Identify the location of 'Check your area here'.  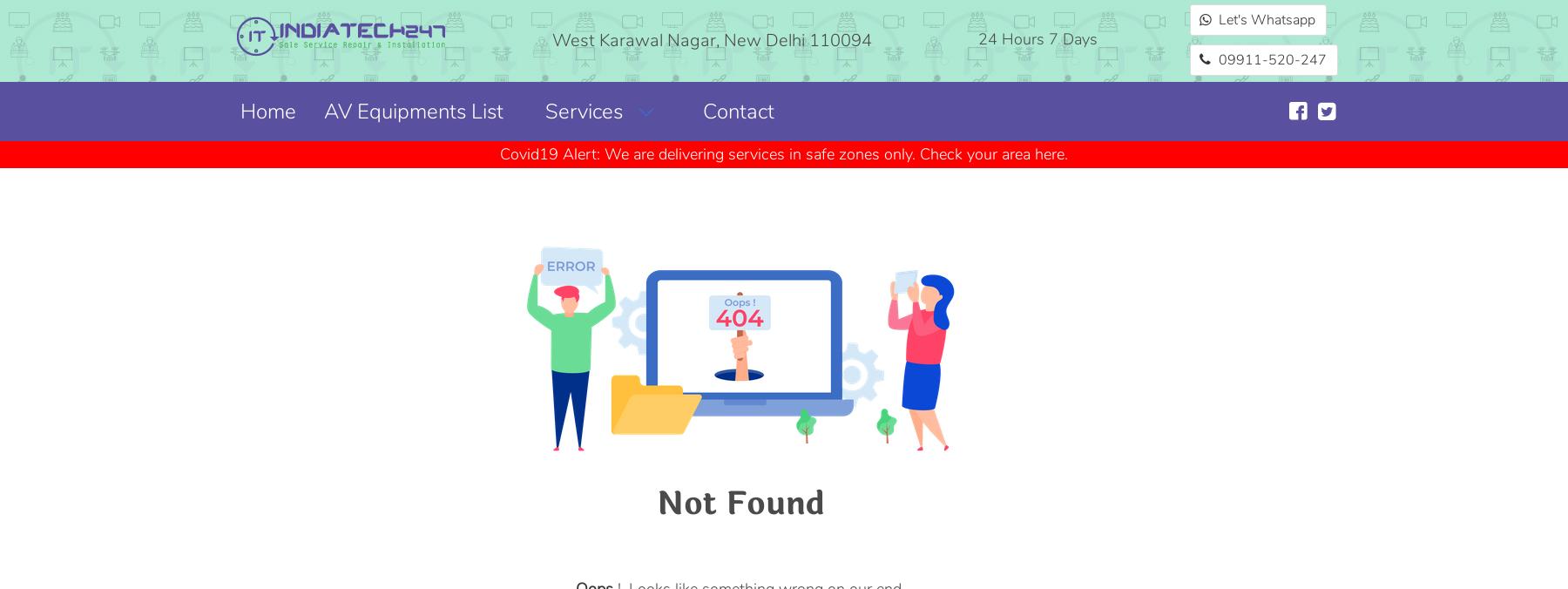
(920, 152).